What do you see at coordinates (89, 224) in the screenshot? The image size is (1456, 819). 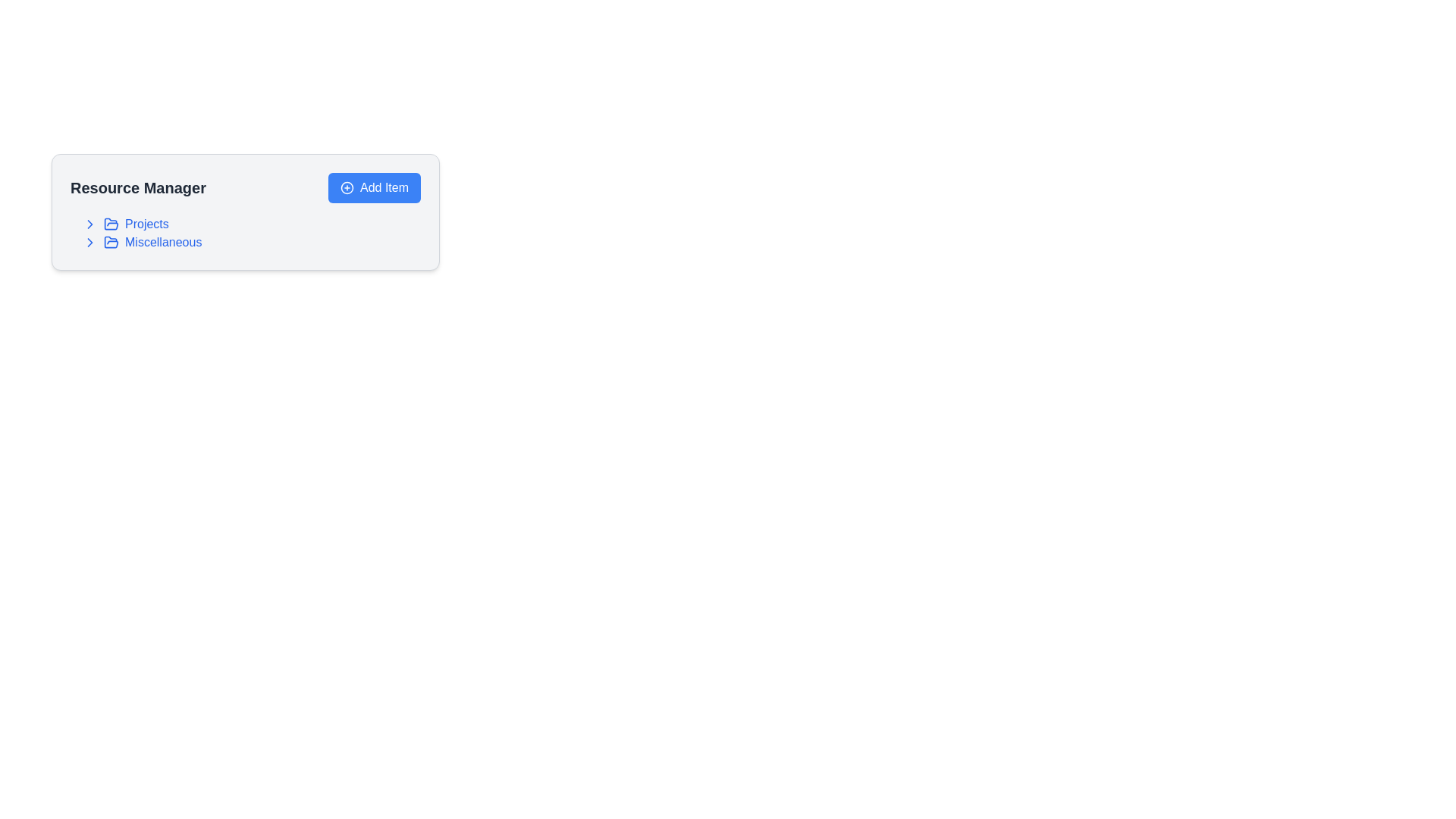 I see `the small right-pointing chevron icon located to the left of the 'Projects' label` at bounding box center [89, 224].